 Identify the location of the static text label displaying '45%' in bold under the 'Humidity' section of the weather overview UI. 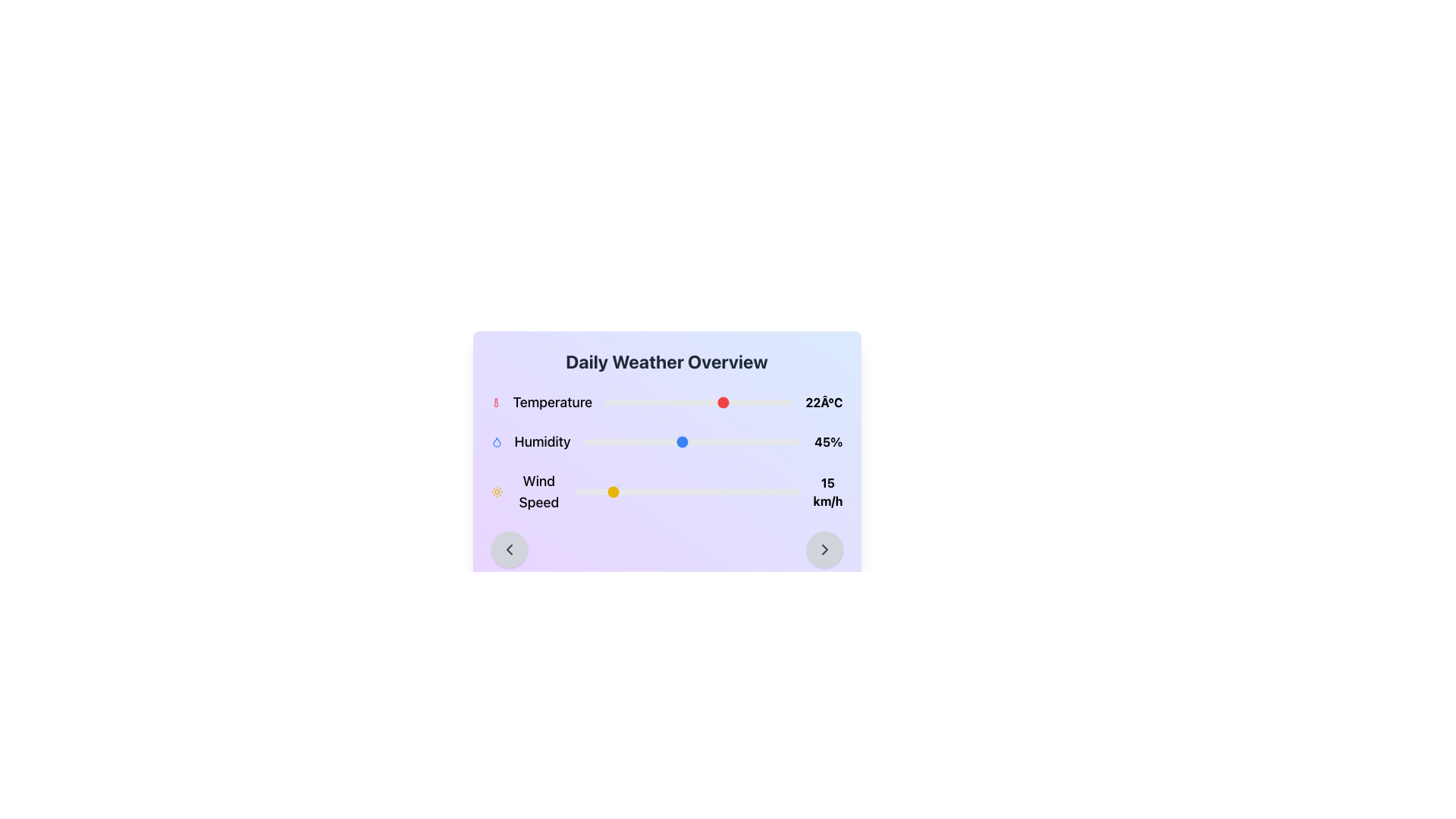
(827, 441).